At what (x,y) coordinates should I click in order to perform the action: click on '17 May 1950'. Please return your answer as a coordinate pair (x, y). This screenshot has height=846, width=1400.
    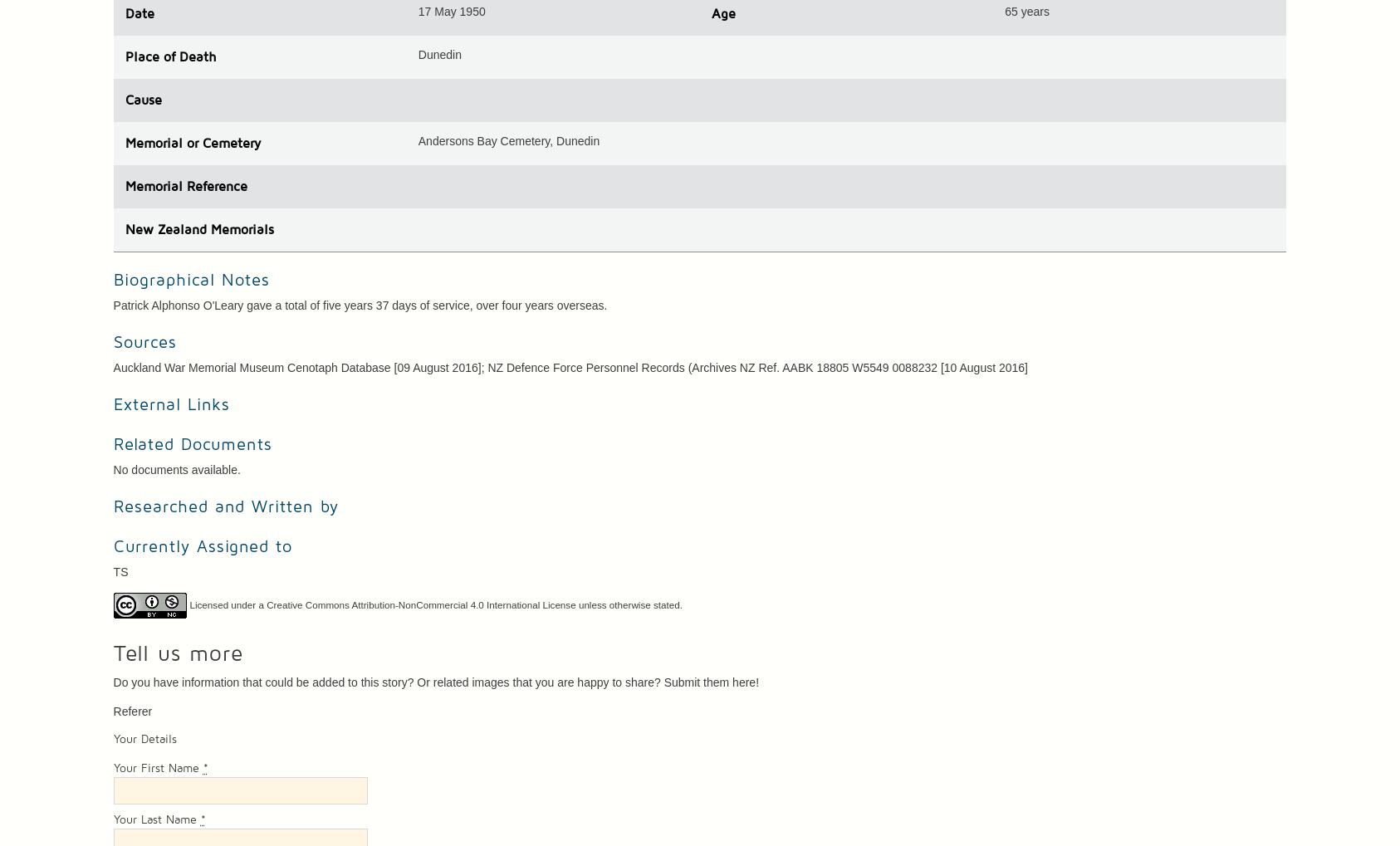
    Looking at the image, I should click on (451, 10).